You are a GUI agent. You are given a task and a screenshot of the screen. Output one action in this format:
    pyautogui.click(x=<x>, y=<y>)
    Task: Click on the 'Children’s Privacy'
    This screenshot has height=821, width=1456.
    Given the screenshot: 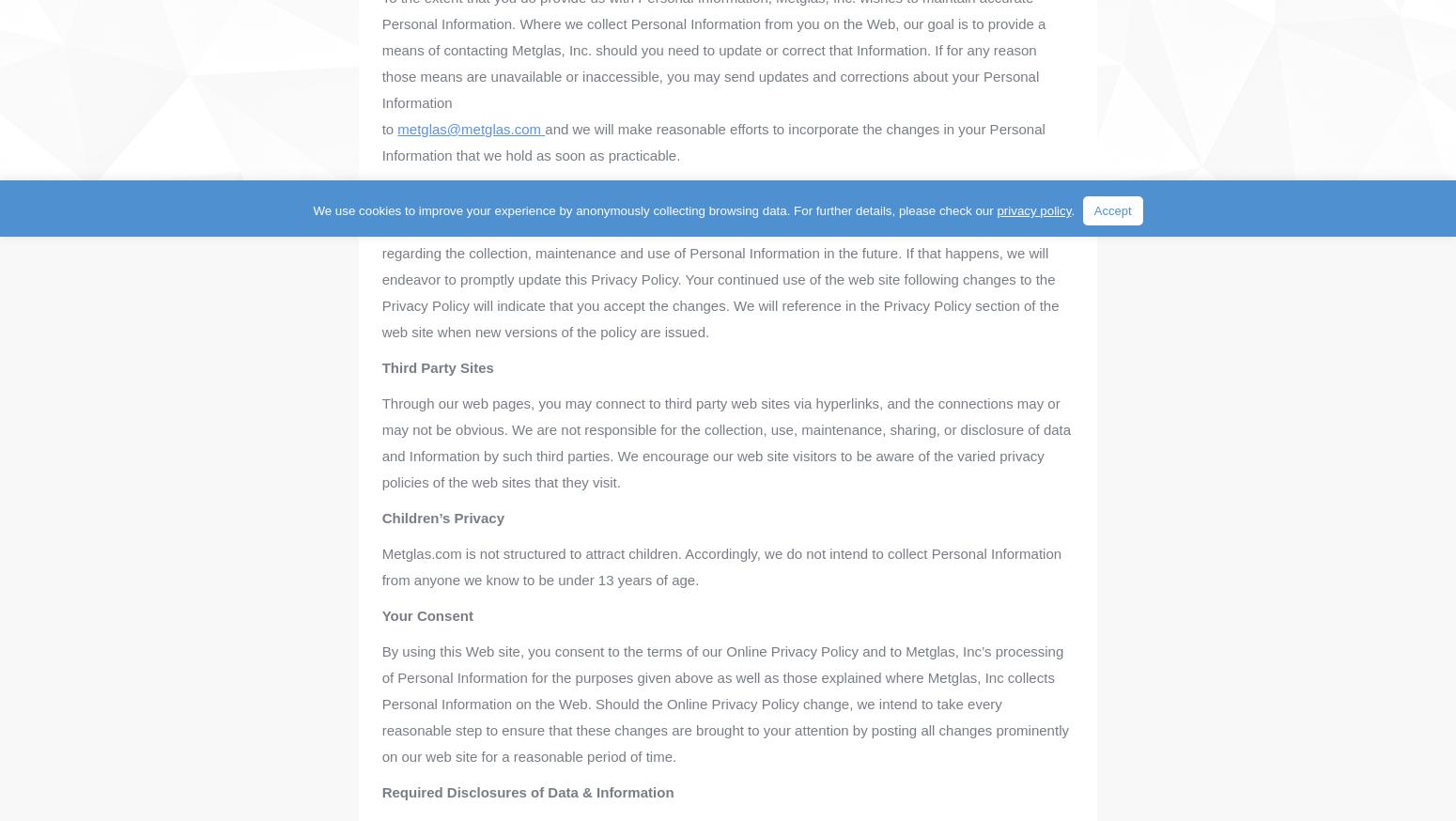 What is the action you would take?
    pyautogui.click(x=441, y=518)
    